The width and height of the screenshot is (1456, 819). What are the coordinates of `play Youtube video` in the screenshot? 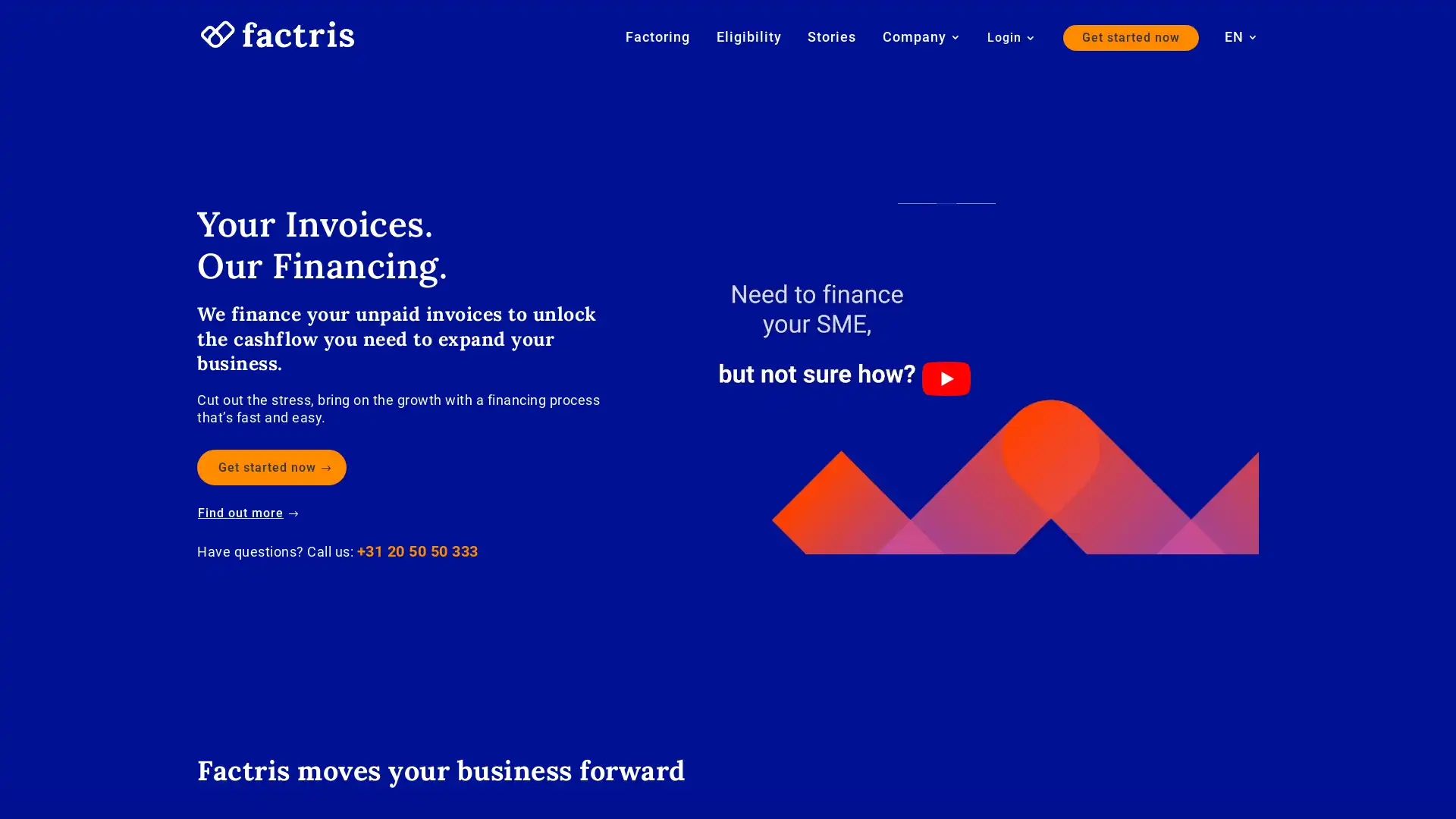 It's located at (945, 377).